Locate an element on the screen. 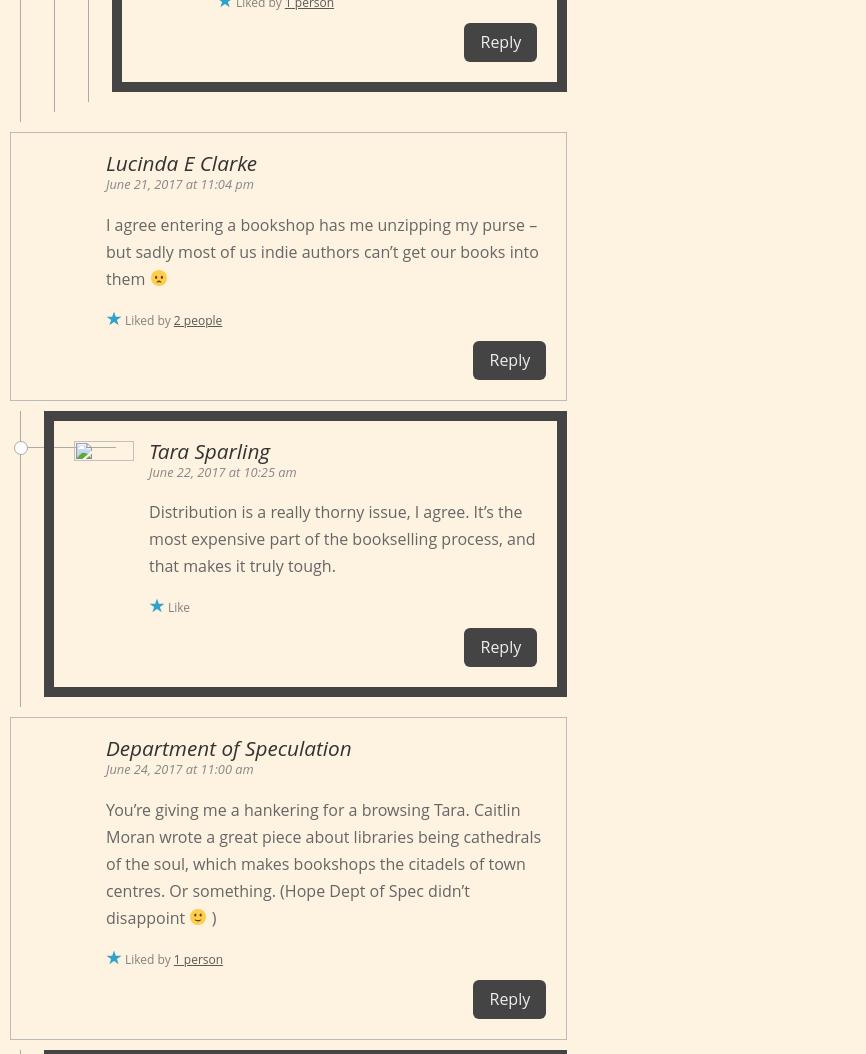  ')' is located at coordinates (211, 915).